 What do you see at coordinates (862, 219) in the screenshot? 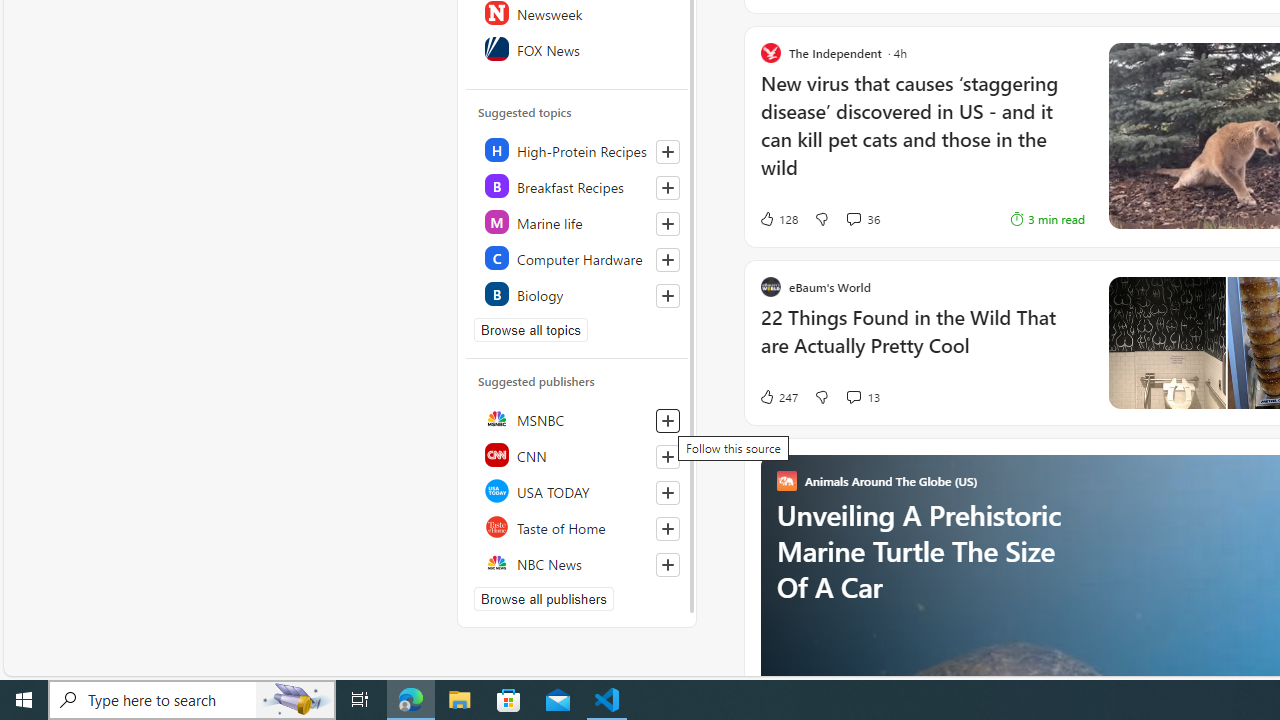
I see `'View comments 36 Comment'` at bounding box center [862, 219].